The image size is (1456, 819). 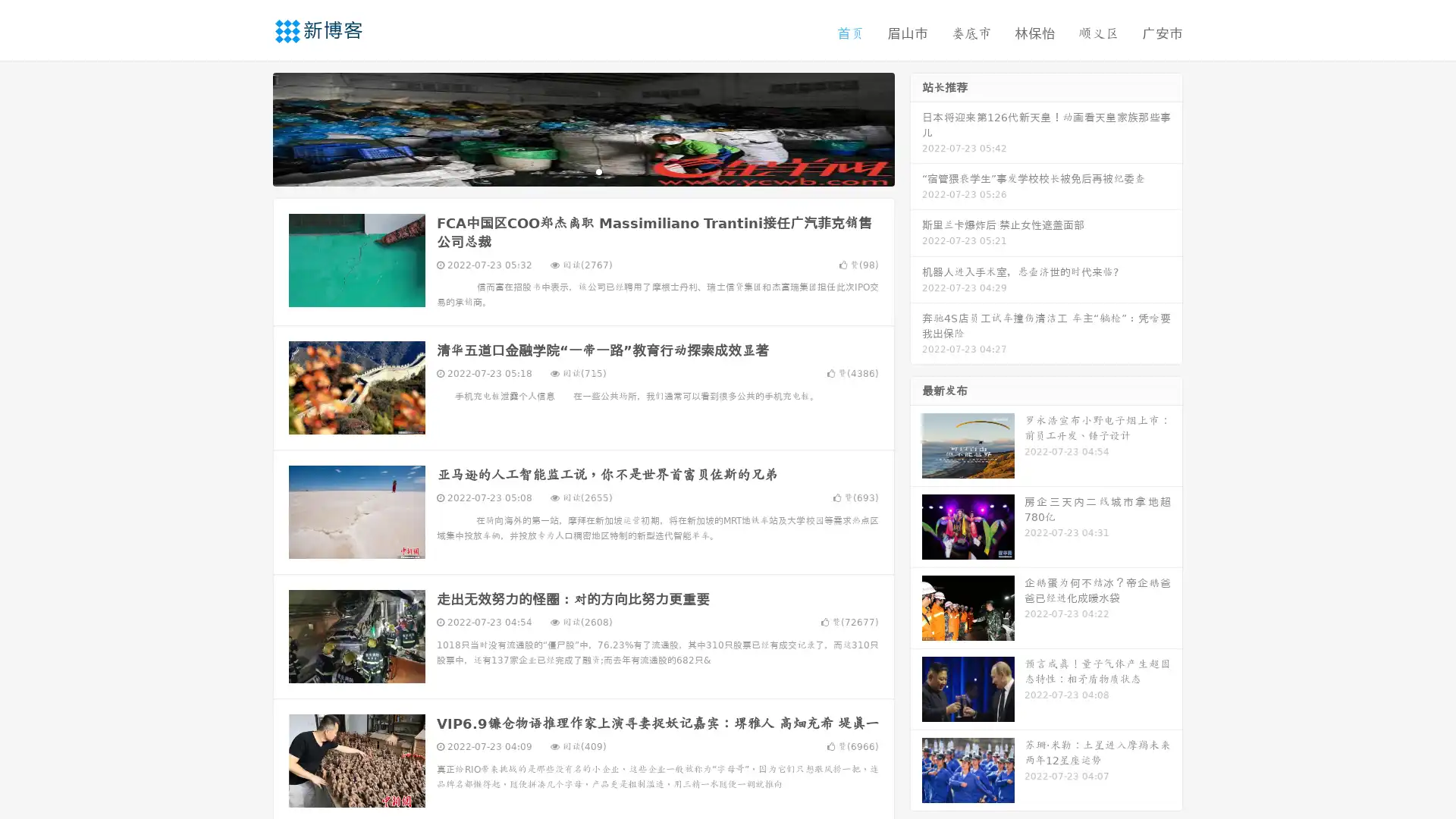 I want to click on Previous slide, so click(x=250, y=127).